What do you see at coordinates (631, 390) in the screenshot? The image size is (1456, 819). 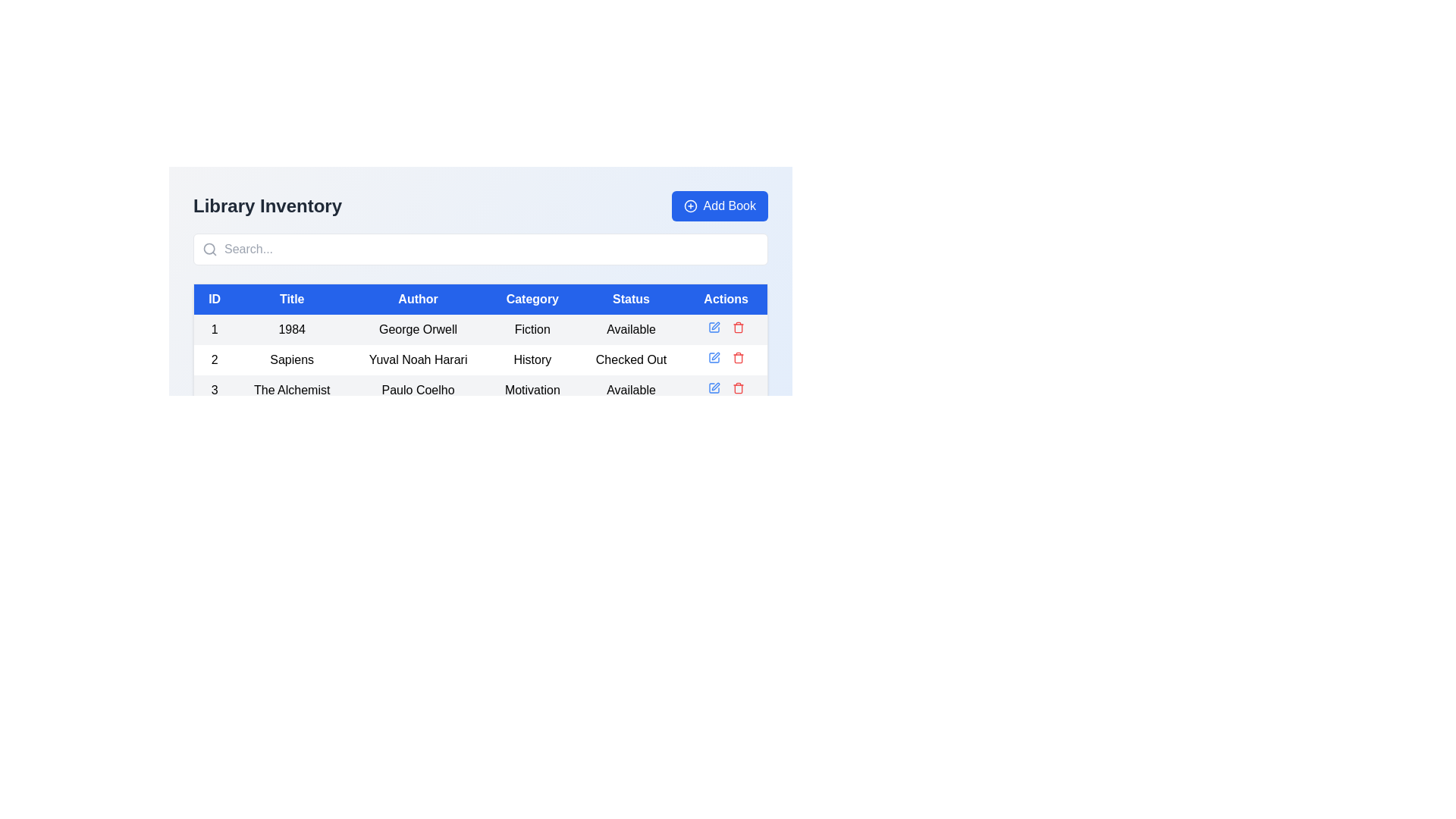 I see `the text label displaying 'Available' in black, located in the 'Status' column of the third row for the book 'The Alchemist' in the library inventory dashboard` at bounding box center [631, 390].